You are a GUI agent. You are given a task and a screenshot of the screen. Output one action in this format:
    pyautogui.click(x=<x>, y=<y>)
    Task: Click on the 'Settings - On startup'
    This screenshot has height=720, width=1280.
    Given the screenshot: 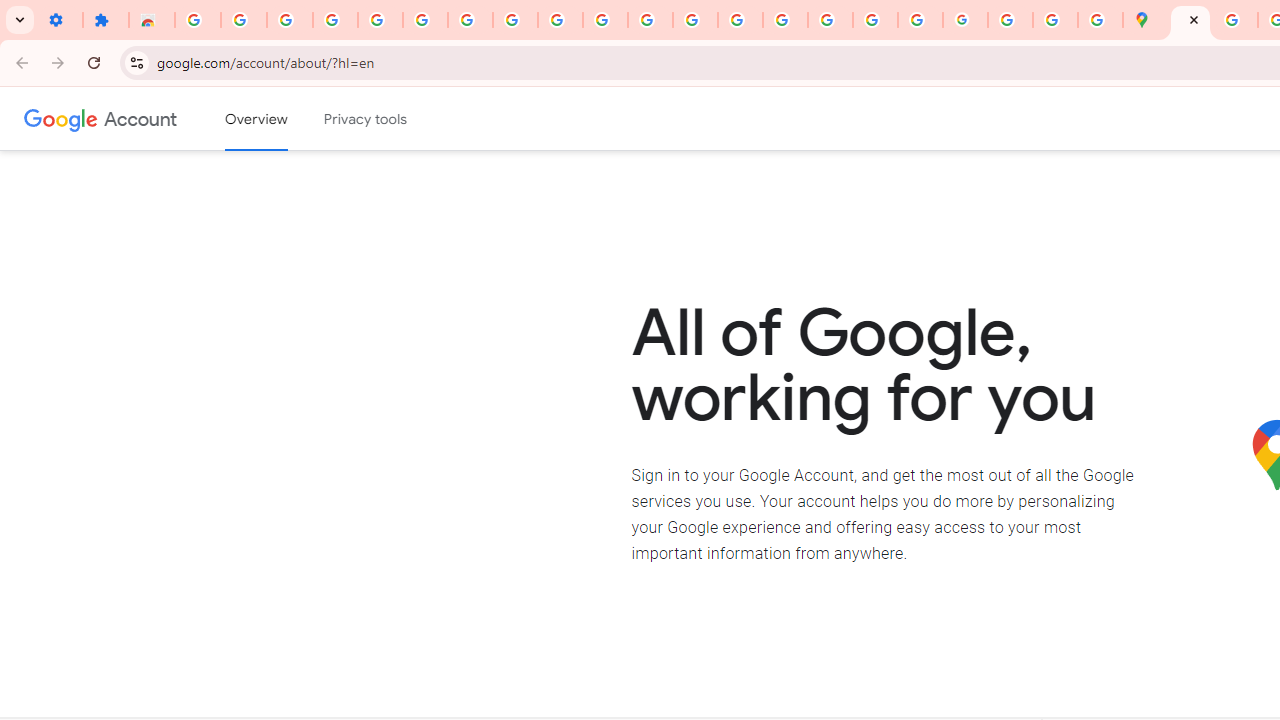 What is the action you would take?
    pyautogui.click(x=60, y=20)
    